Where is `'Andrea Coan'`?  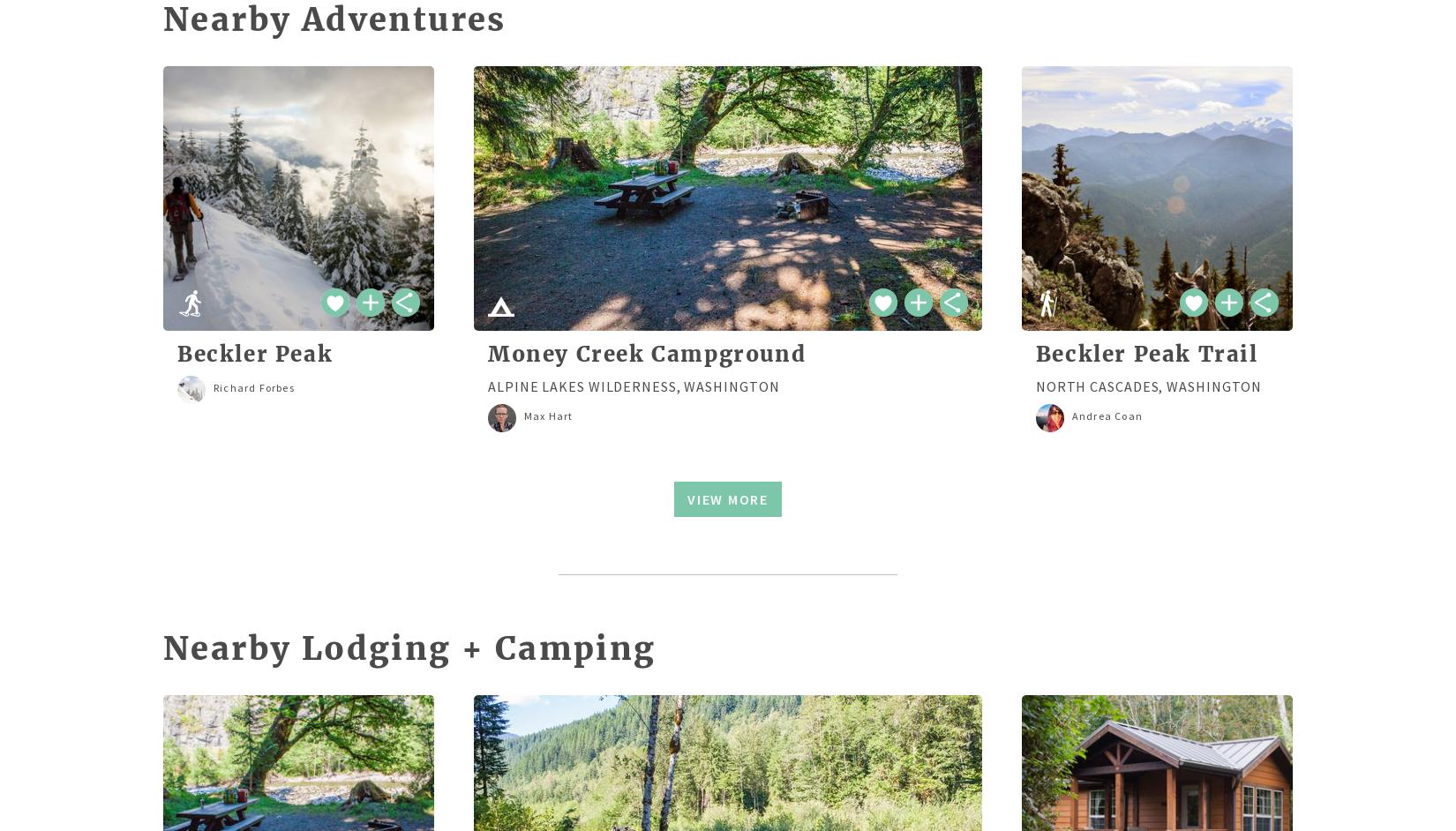
'Andrea Coan' is located at coordinates (1106, 415).